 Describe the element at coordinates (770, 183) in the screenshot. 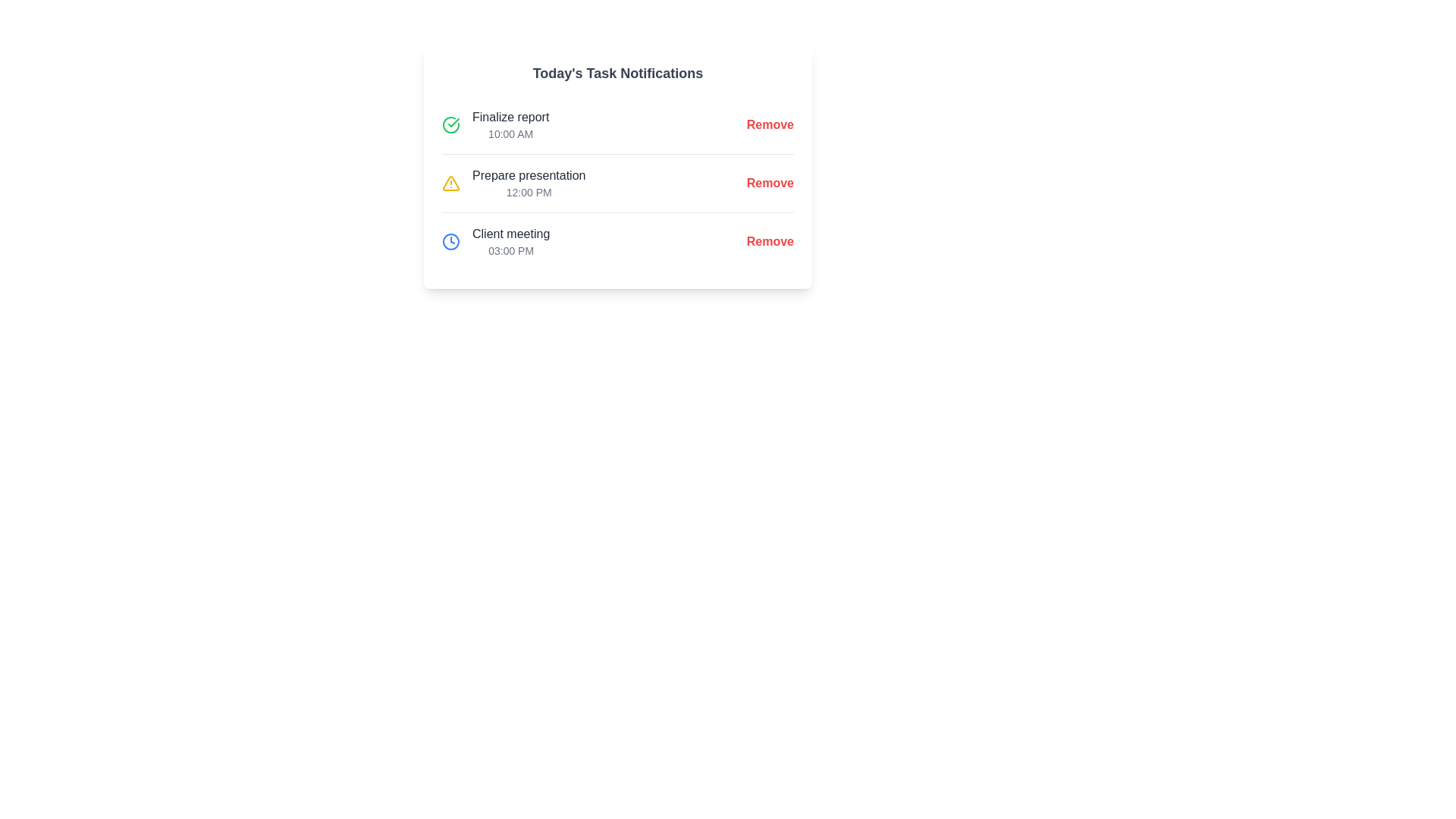

I see `the 'Remove' button styled in bold red font, located at the right end of the task notification row for 'Prepare presentation 12:00 PM'` at that location.